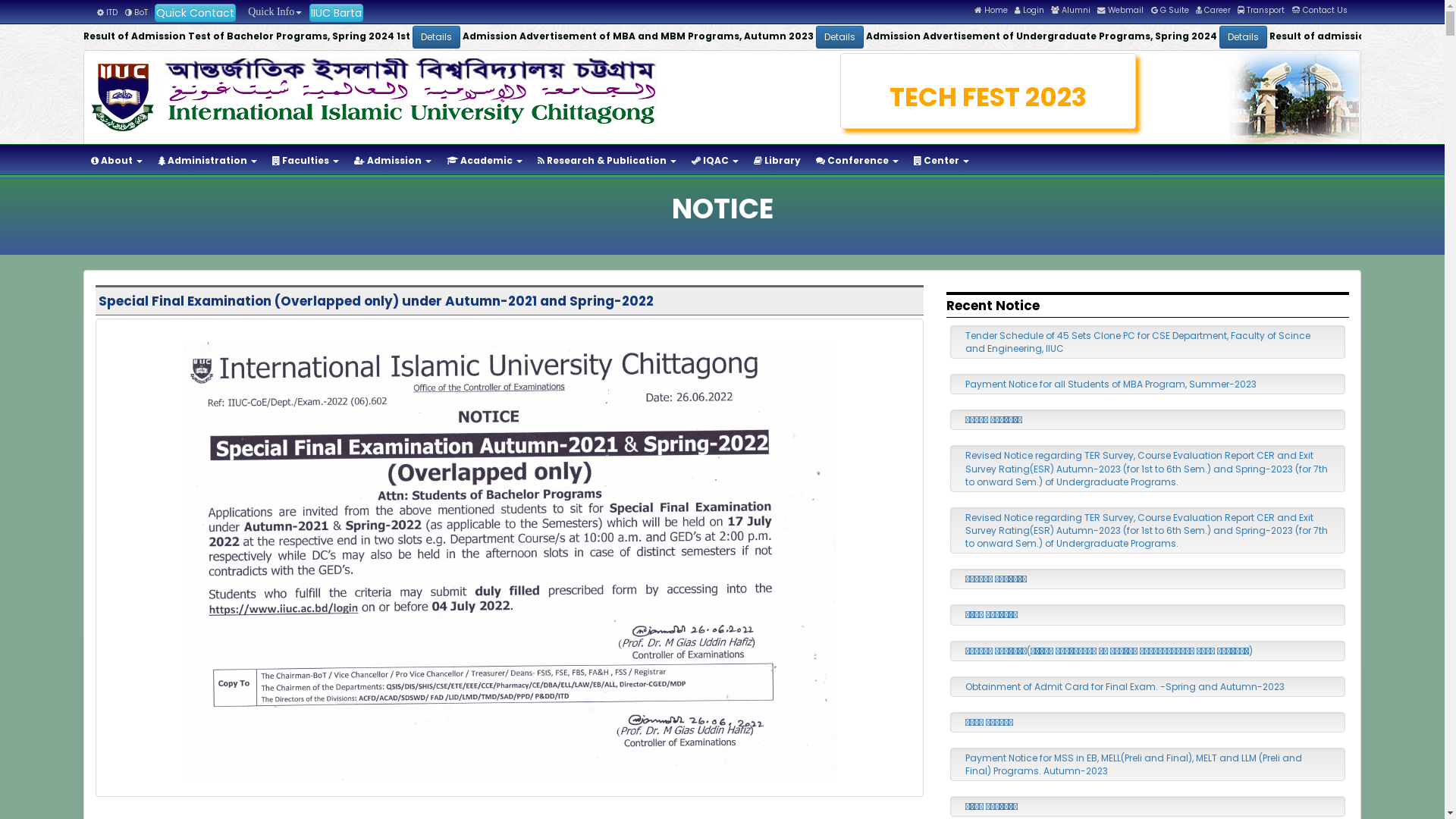 This screenshot has height=819, width=1456. Describe the element at coordinates (1169, 10) in the screenshot. I see `'G Suite'` at that location.